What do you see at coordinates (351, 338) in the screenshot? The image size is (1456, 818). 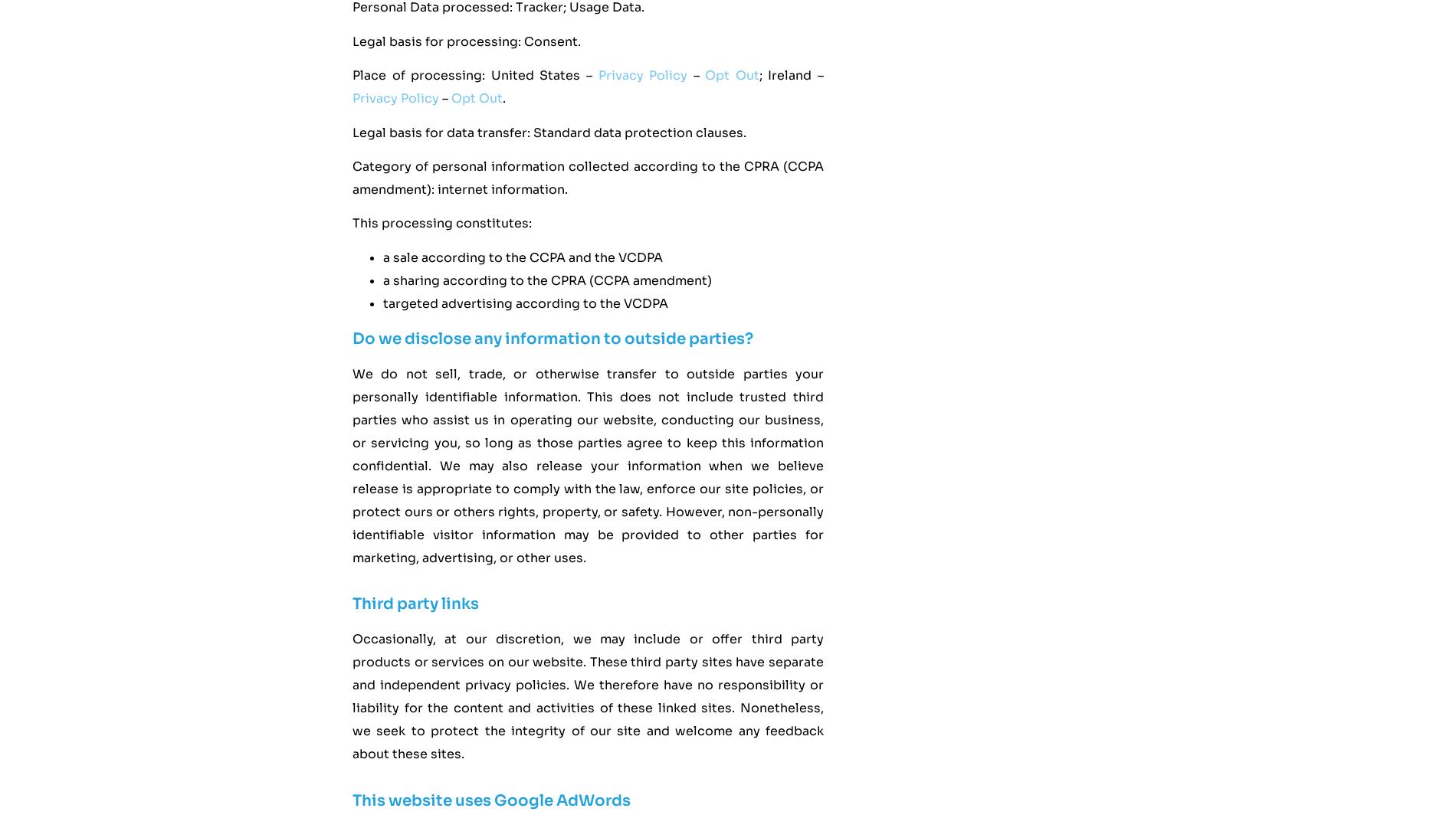 I see `'Do we disclose any information to outside parties?'` at bounding box center [351, 338].